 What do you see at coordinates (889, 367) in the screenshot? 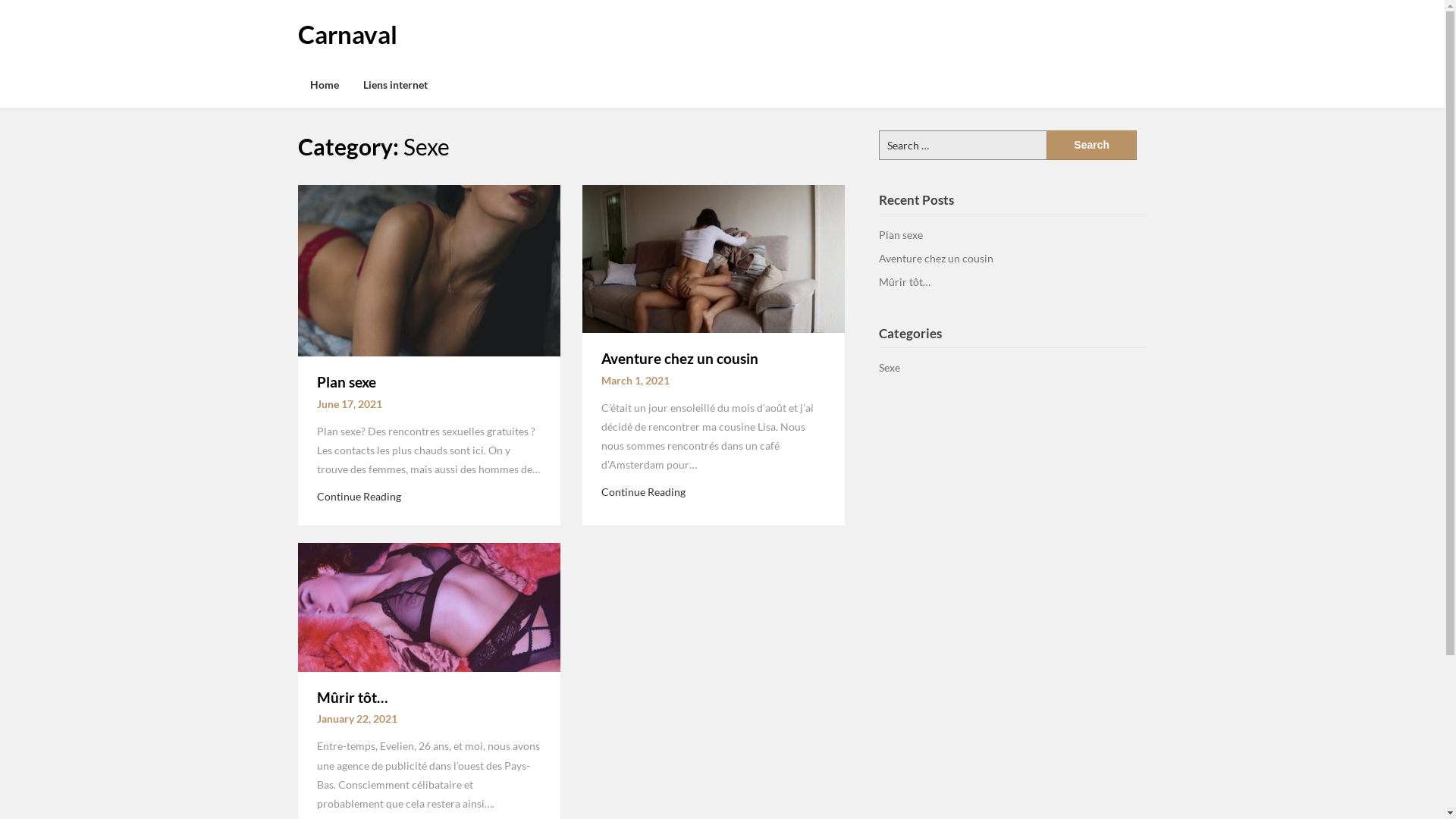
I see `'Sexe'` at bounding box center [889, 367].